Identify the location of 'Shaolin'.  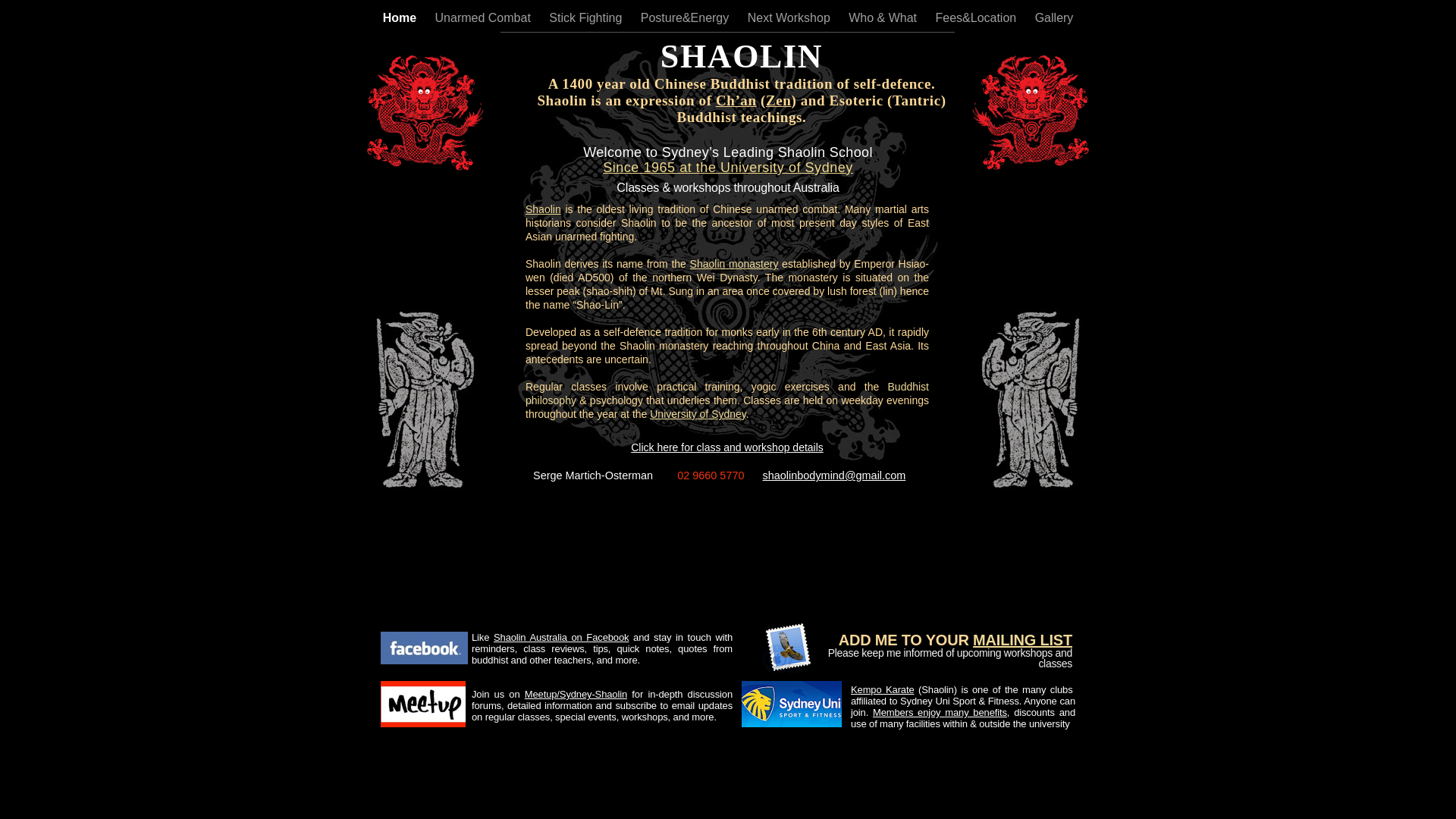
(543, 209).